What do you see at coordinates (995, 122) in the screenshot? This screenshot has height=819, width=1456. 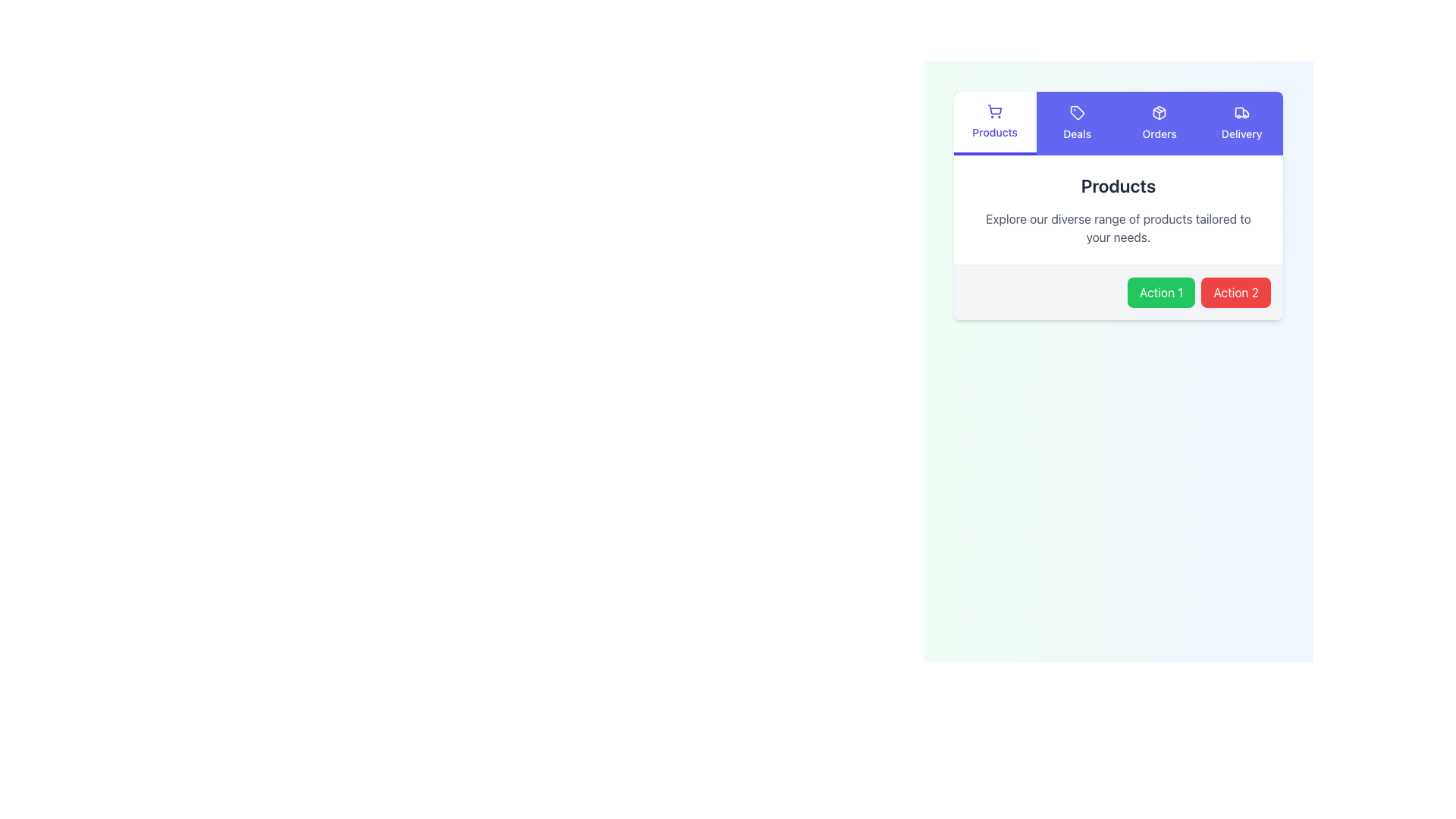 I see `the 'Products' button, which is a rectangular button with a white background, indigo borders, and contains a shopping cart icon with an indigo 'Products' label below it, located at the top of the interface as the first in a row of four buttons` at bounding box center [995, 122].